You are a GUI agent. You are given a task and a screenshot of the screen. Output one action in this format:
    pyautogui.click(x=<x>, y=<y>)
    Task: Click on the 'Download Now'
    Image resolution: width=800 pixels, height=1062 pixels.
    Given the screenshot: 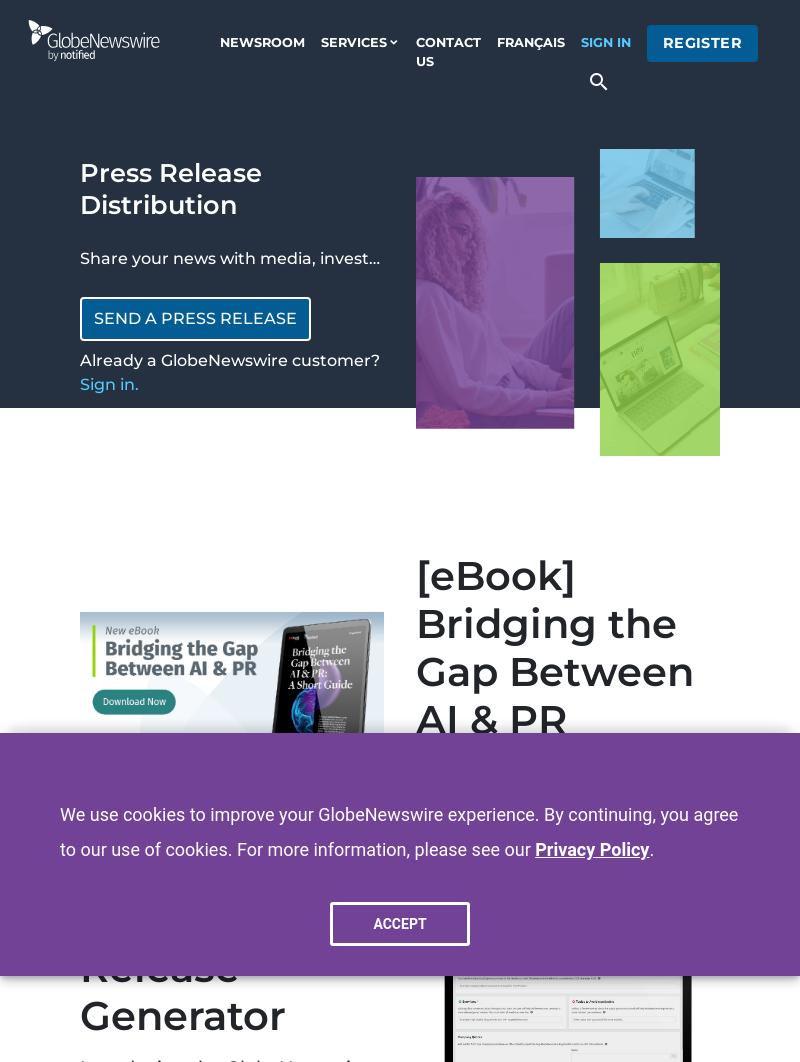 What is the action you would take?
    pyautogui.click(x=487, y=811)
    